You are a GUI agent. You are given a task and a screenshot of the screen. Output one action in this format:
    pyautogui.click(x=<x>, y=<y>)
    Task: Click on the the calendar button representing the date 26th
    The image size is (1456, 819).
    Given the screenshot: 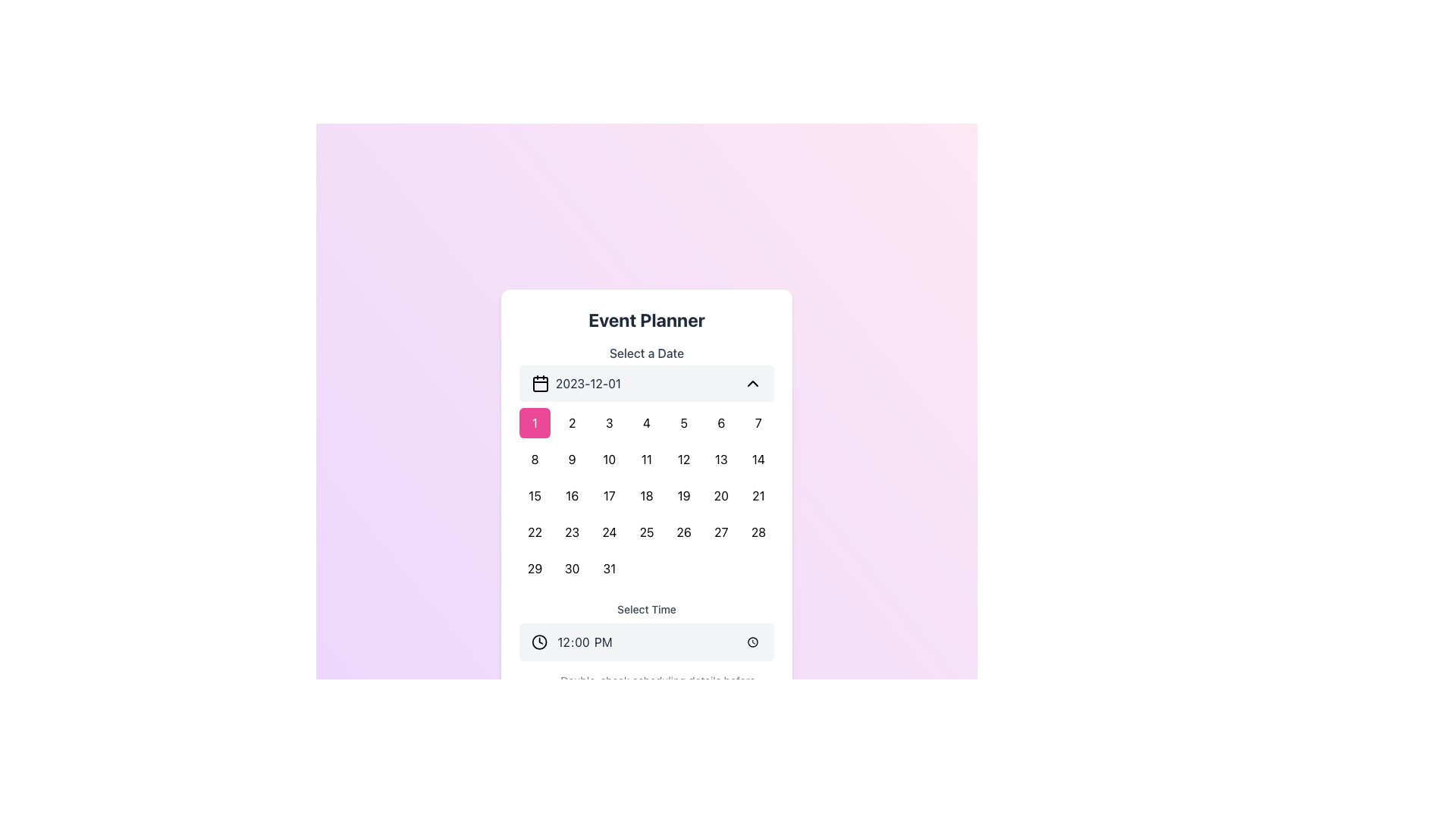 What is the action you would take?
    pyautogui.click(x=683, y=532)
    